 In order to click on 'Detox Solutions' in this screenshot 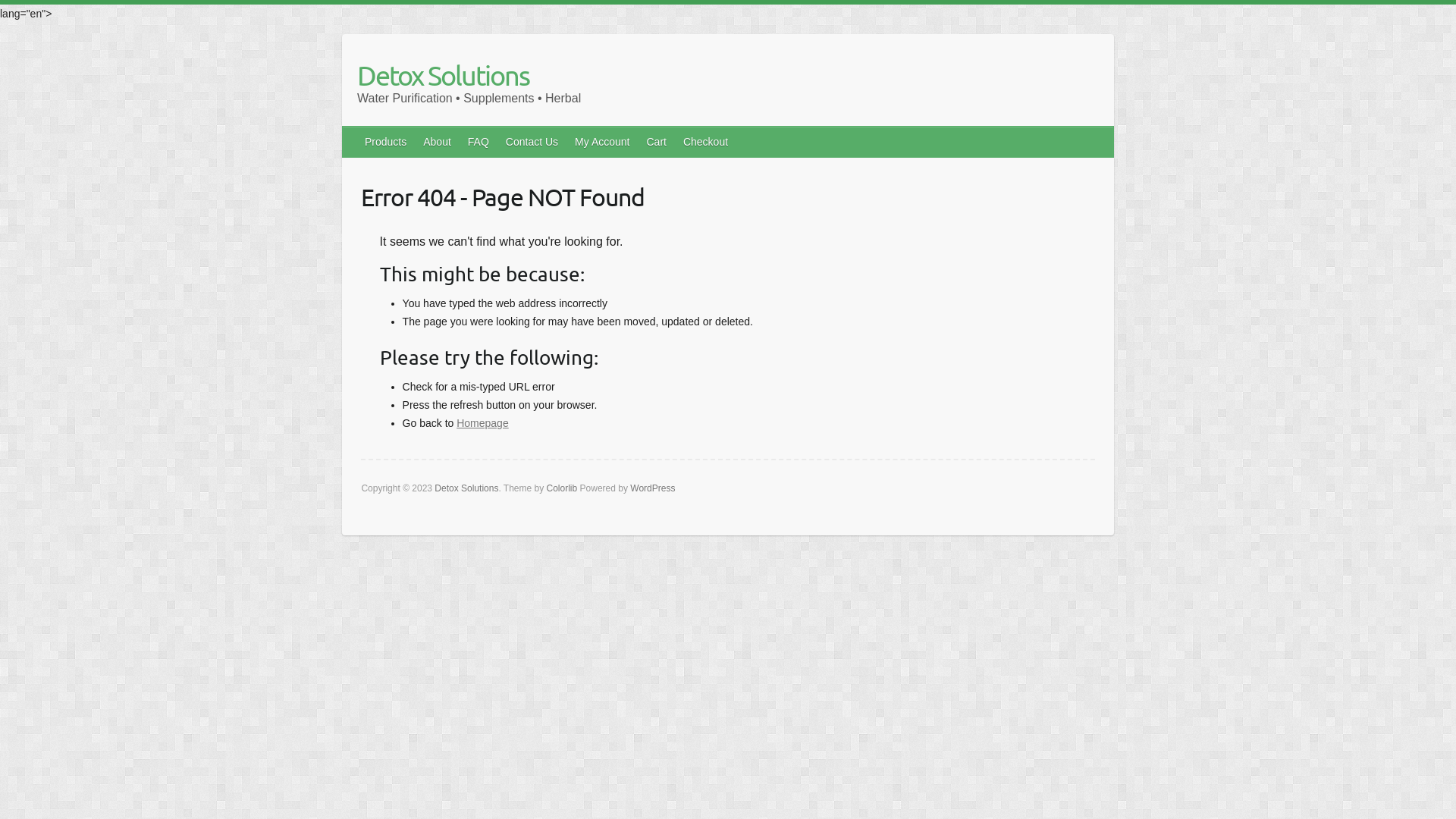, I will do `click(465, 488)`.